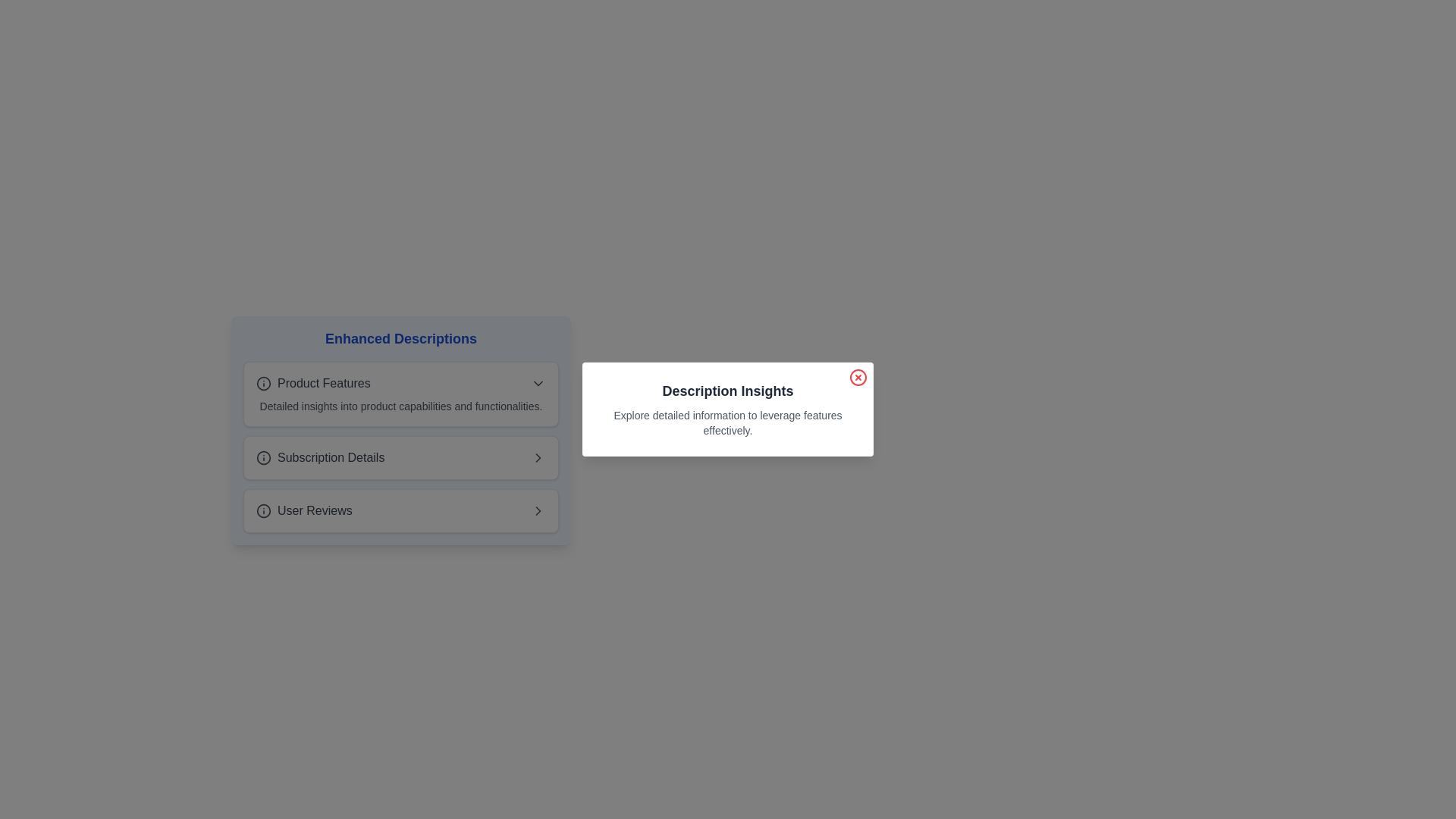  What do you see at coordinates (263, 382) in the screenshot?
I see `the circular graphic located to the left of the 'Product Features' label in the 'Enhanced Descriptions' section, which serves as a non-interactive visual indicator` at bounding box center [263, 382].